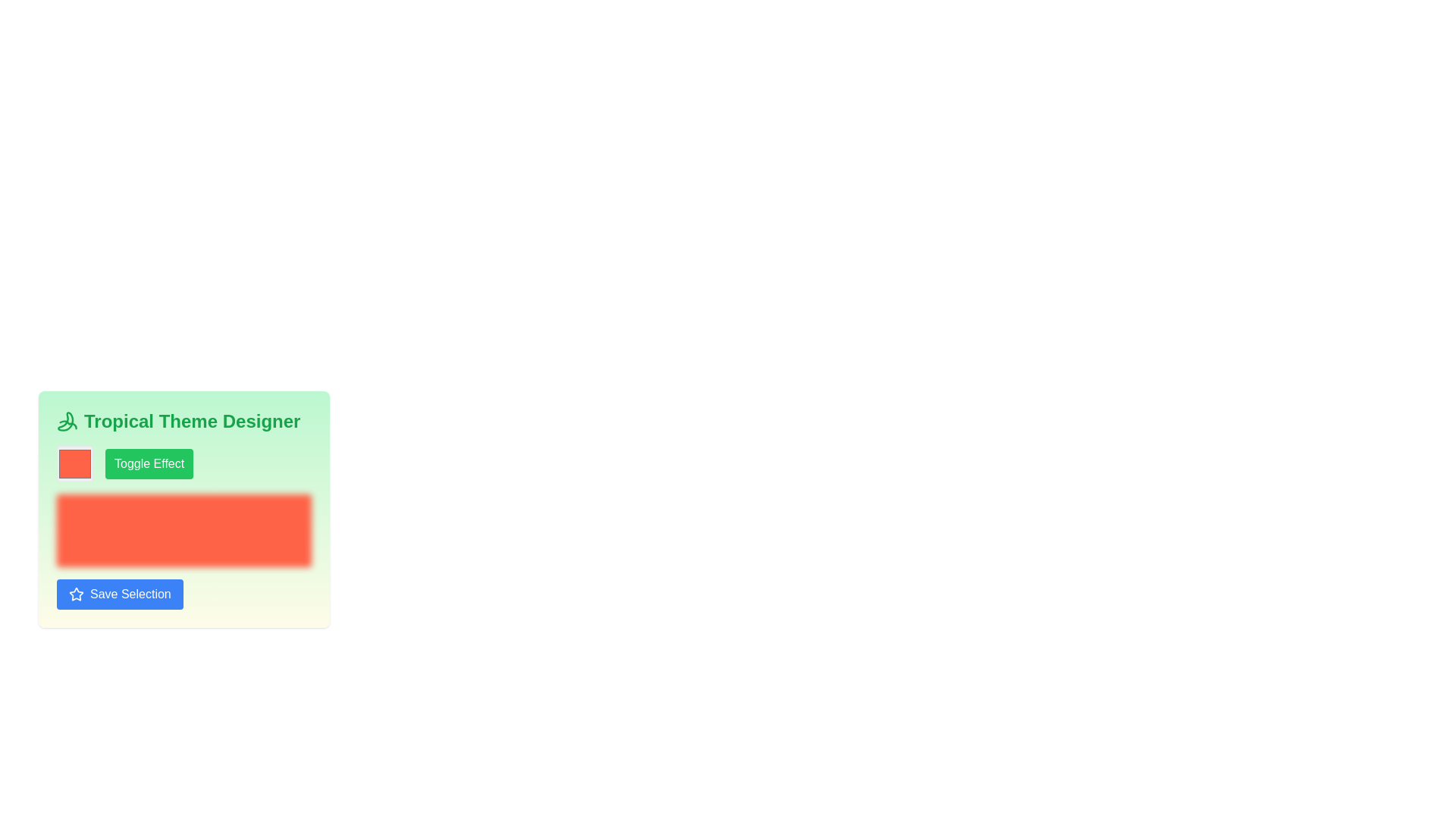  I want to click on the tropical theme icon, which is positioned to the far left of the title text 'Tropical Theme Designer', so click(67, 421).